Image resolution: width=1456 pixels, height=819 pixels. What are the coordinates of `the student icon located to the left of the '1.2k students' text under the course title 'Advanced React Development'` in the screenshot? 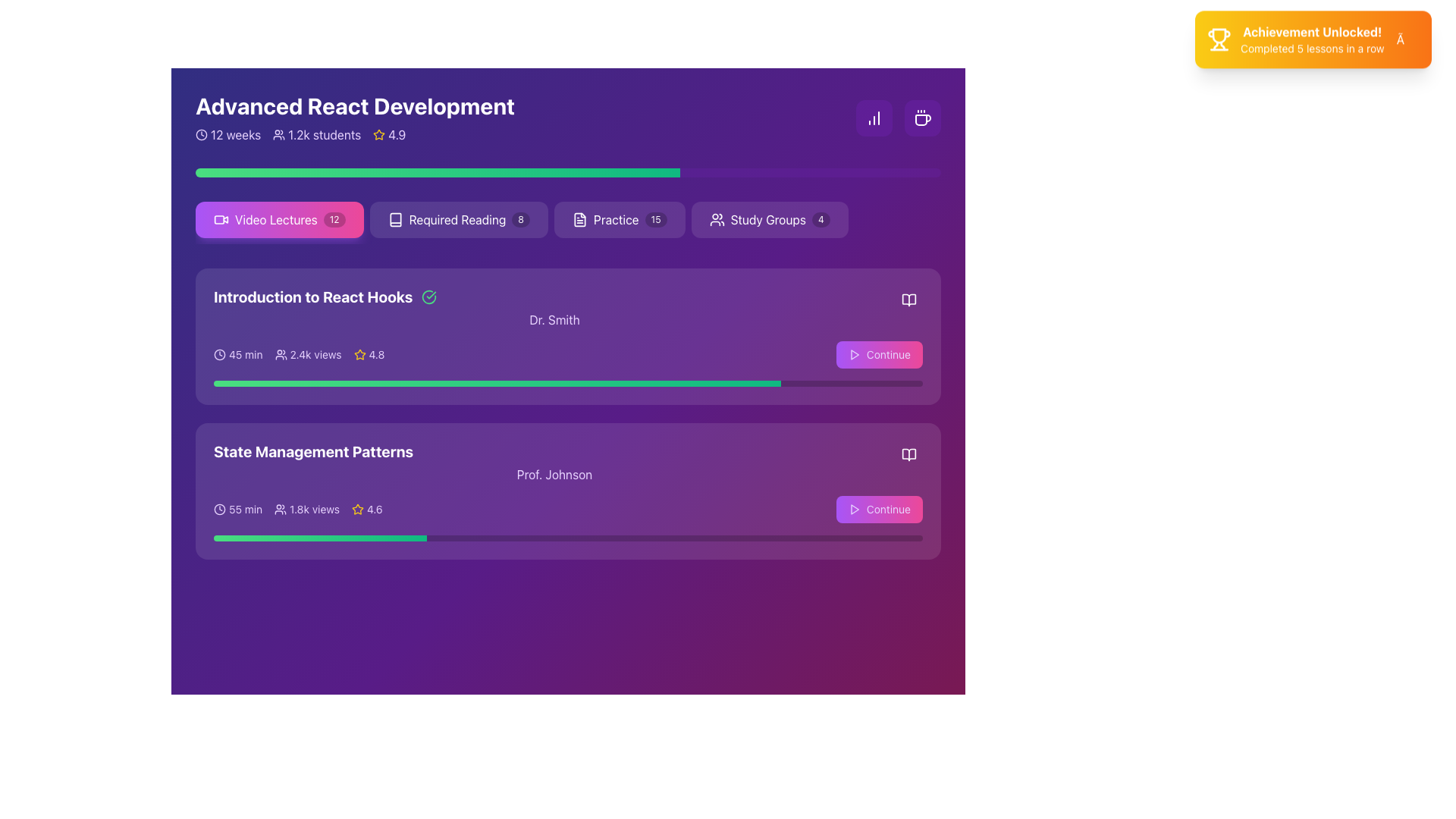 It's located at (279, 133).